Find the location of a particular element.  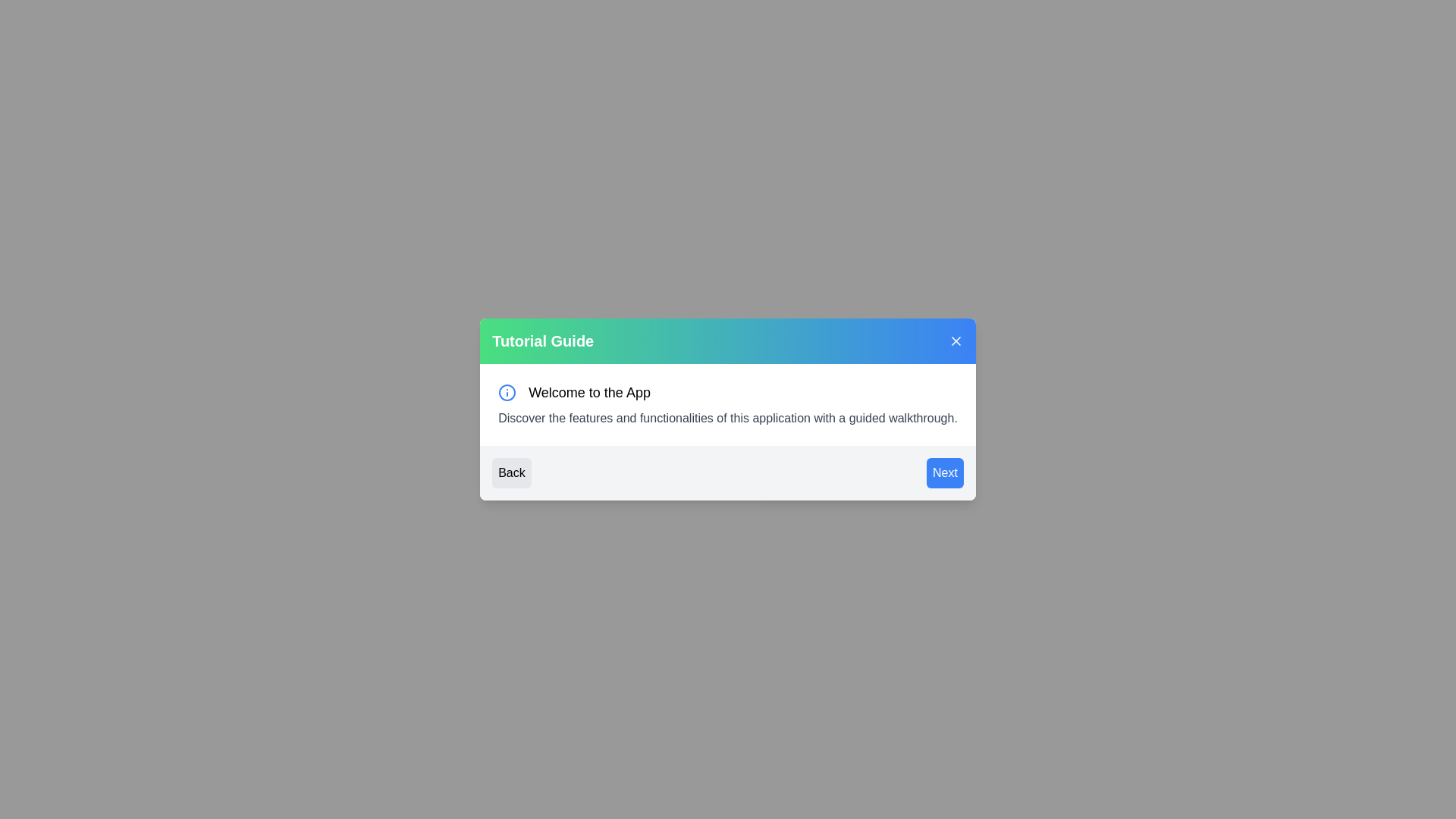

the informational icon located to the left of the 'Welcome to the App' text label in the modal dialog box is located at coordinates (507, 391).